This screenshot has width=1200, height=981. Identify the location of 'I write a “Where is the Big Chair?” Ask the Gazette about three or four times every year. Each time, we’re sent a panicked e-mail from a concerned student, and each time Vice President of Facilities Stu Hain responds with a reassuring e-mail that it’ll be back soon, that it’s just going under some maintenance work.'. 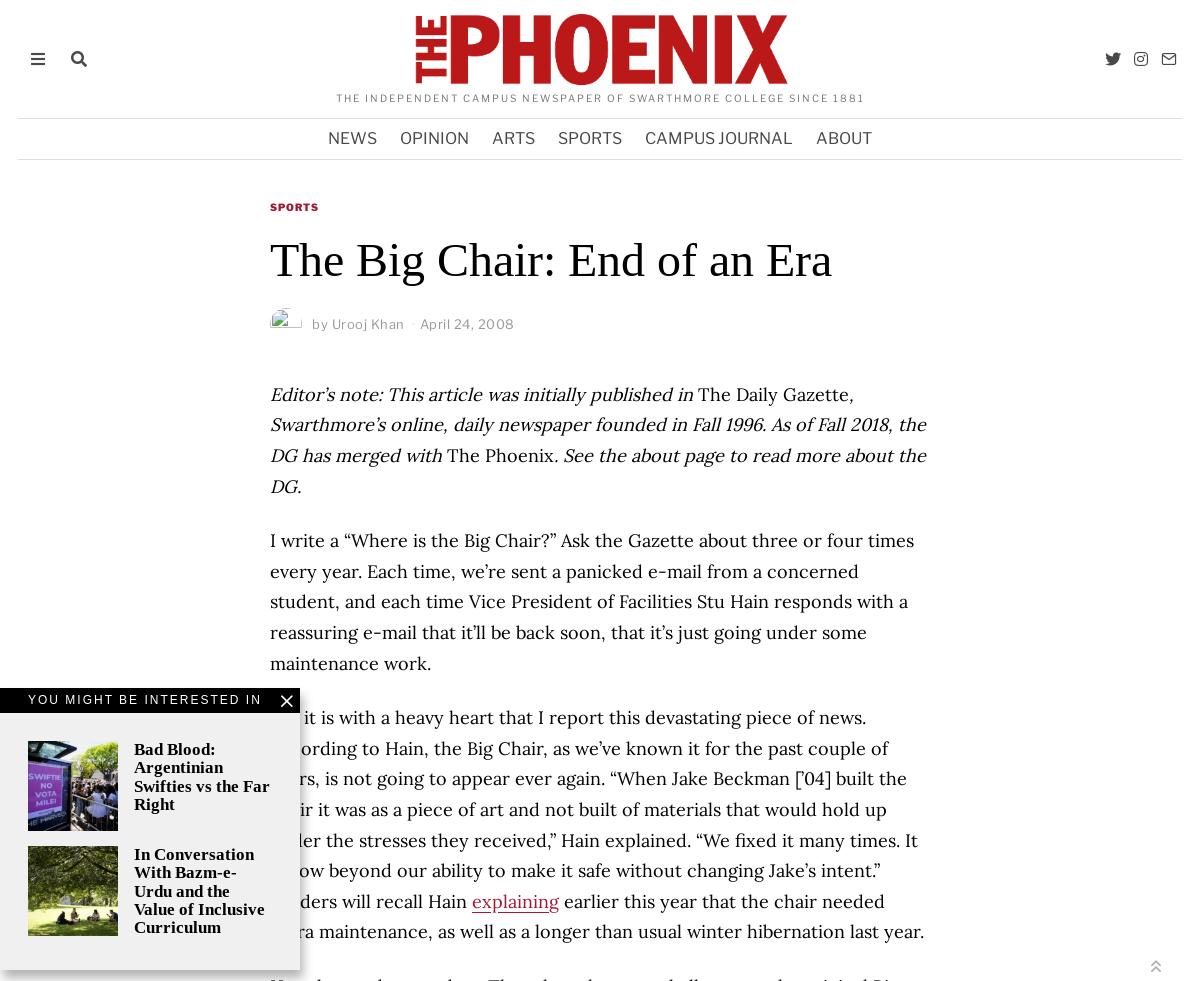
(269, 601).